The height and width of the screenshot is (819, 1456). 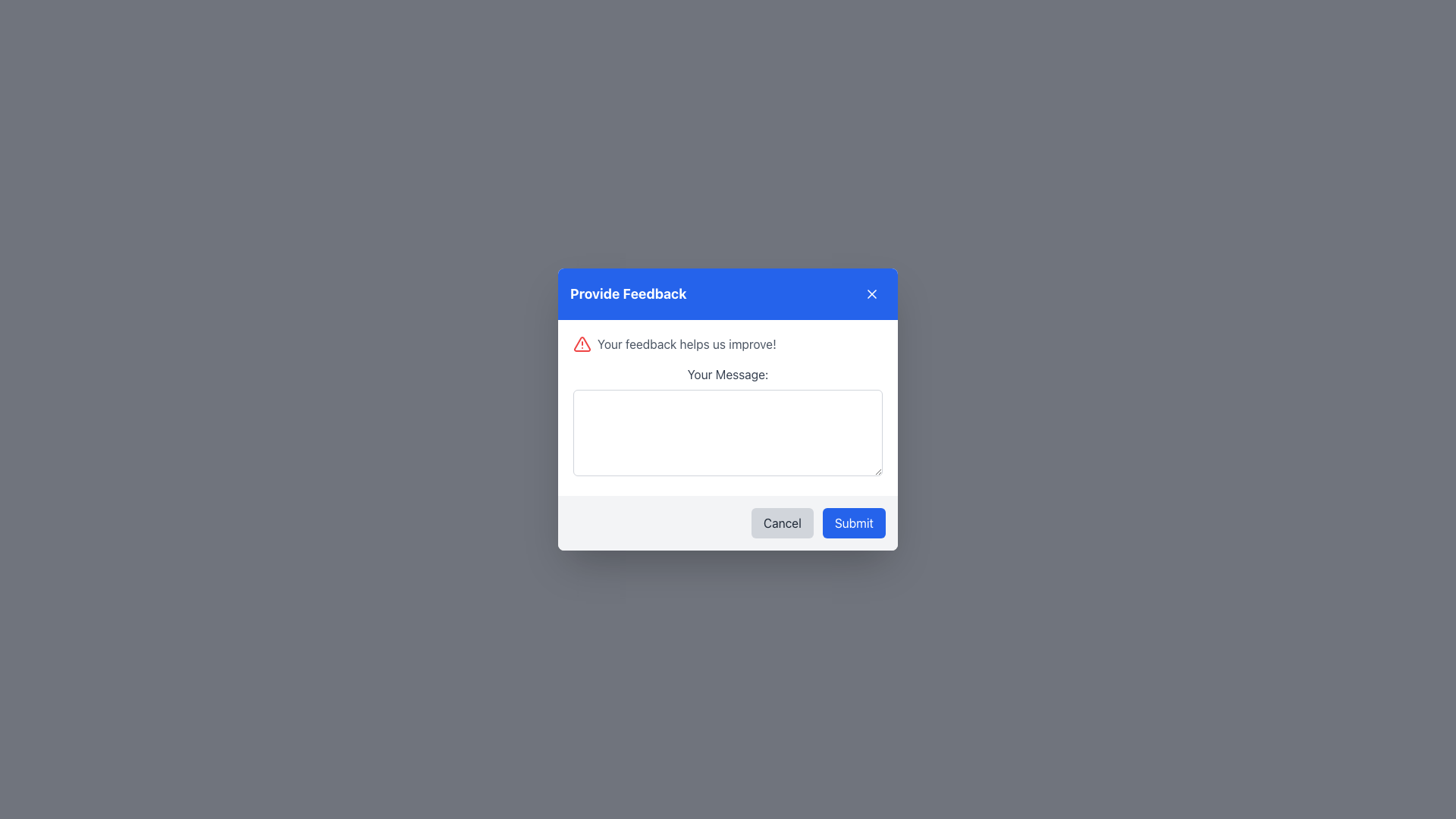 What do you see at coordinates (872, 294) in the screenshot?
I see `the close button located in the top-right corner of the header bar containing the text 'Provide Feedback'` at bounding box center [872, 294].